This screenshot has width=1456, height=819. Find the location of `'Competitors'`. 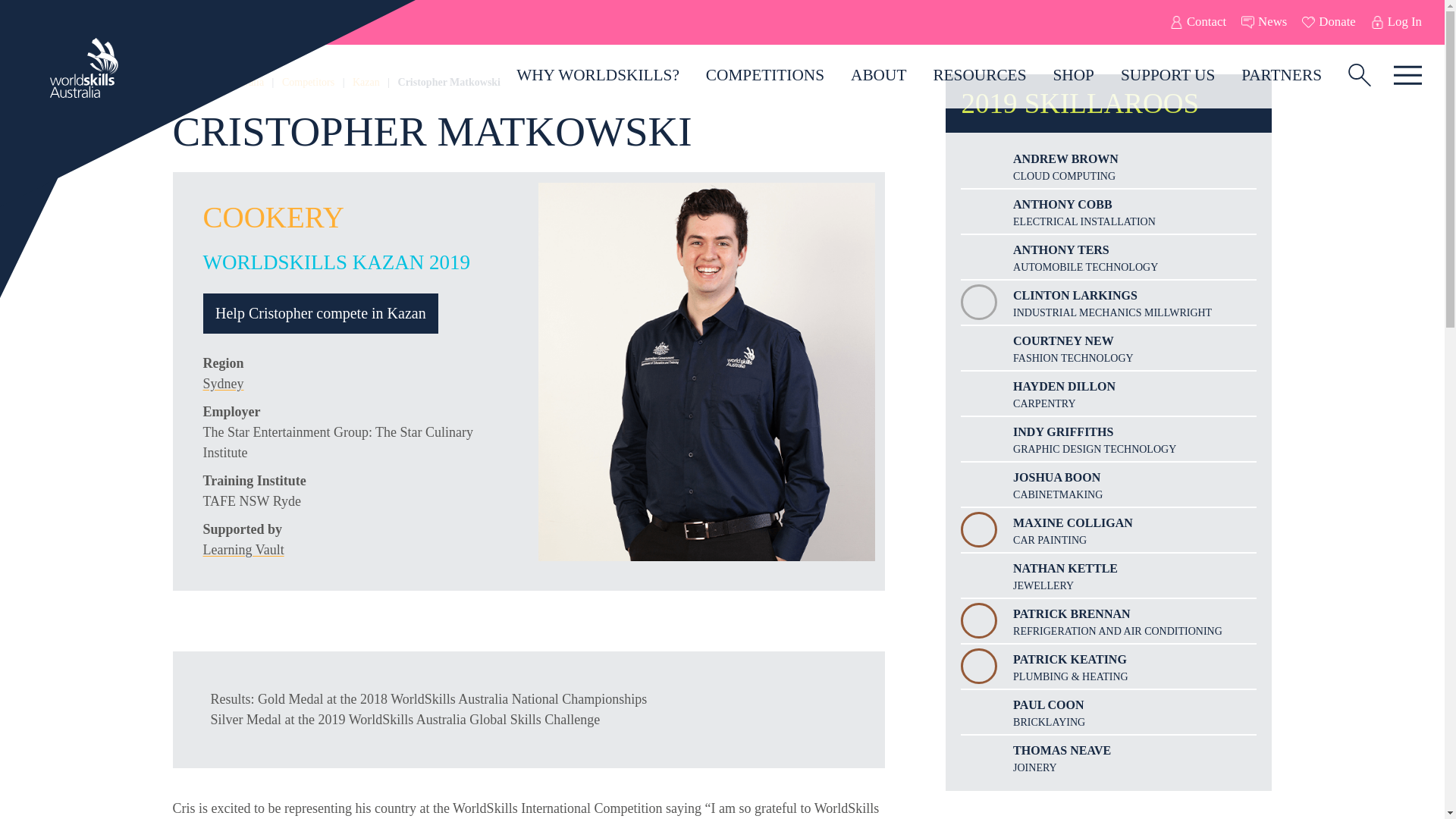

'Competitors' is located at coordinates (282, 82).